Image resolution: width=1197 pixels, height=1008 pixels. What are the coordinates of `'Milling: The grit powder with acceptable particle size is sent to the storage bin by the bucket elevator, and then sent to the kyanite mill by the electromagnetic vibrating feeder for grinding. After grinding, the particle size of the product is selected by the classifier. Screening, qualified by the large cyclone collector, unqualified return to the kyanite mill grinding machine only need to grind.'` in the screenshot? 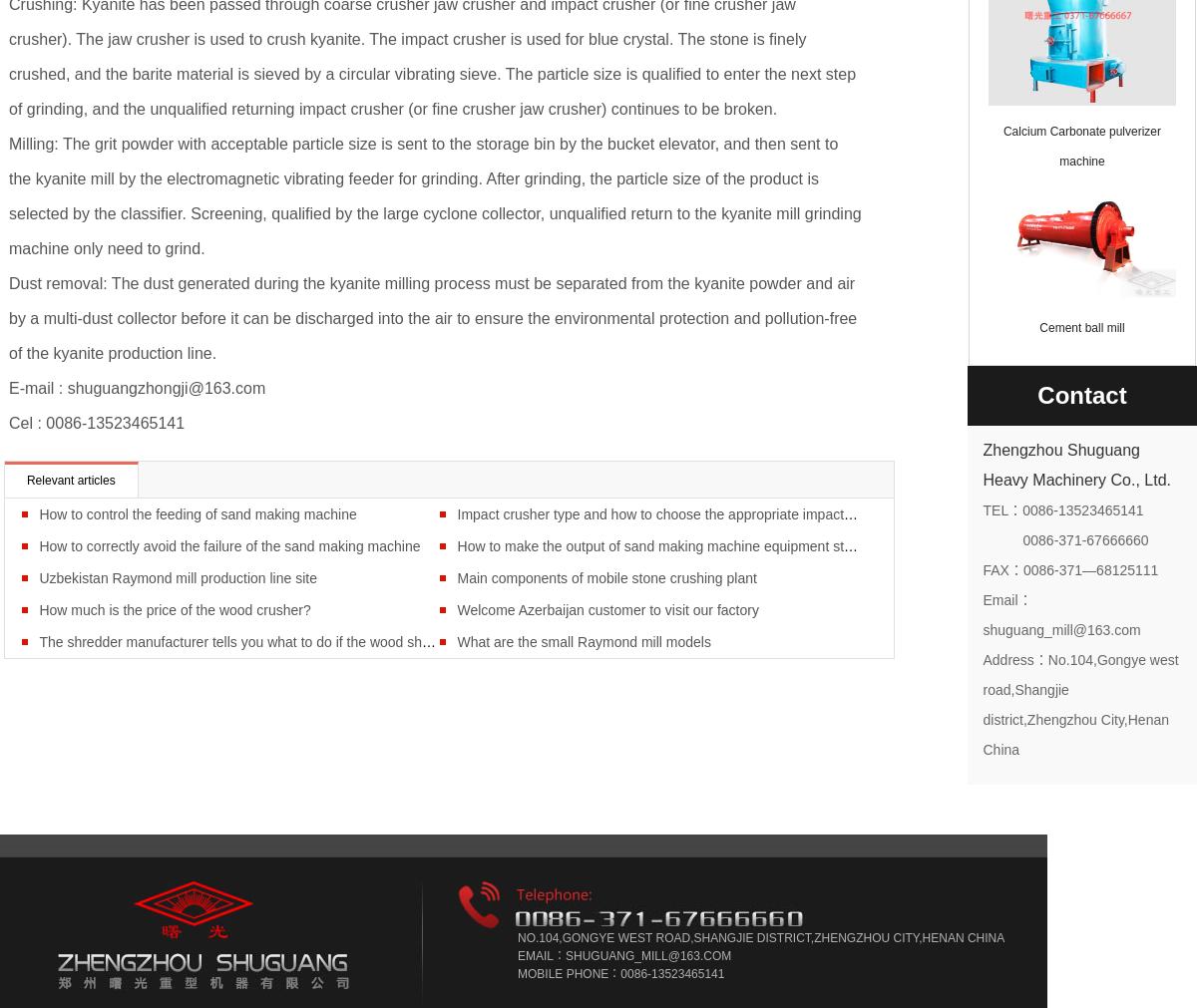 It's located at (434, 195).